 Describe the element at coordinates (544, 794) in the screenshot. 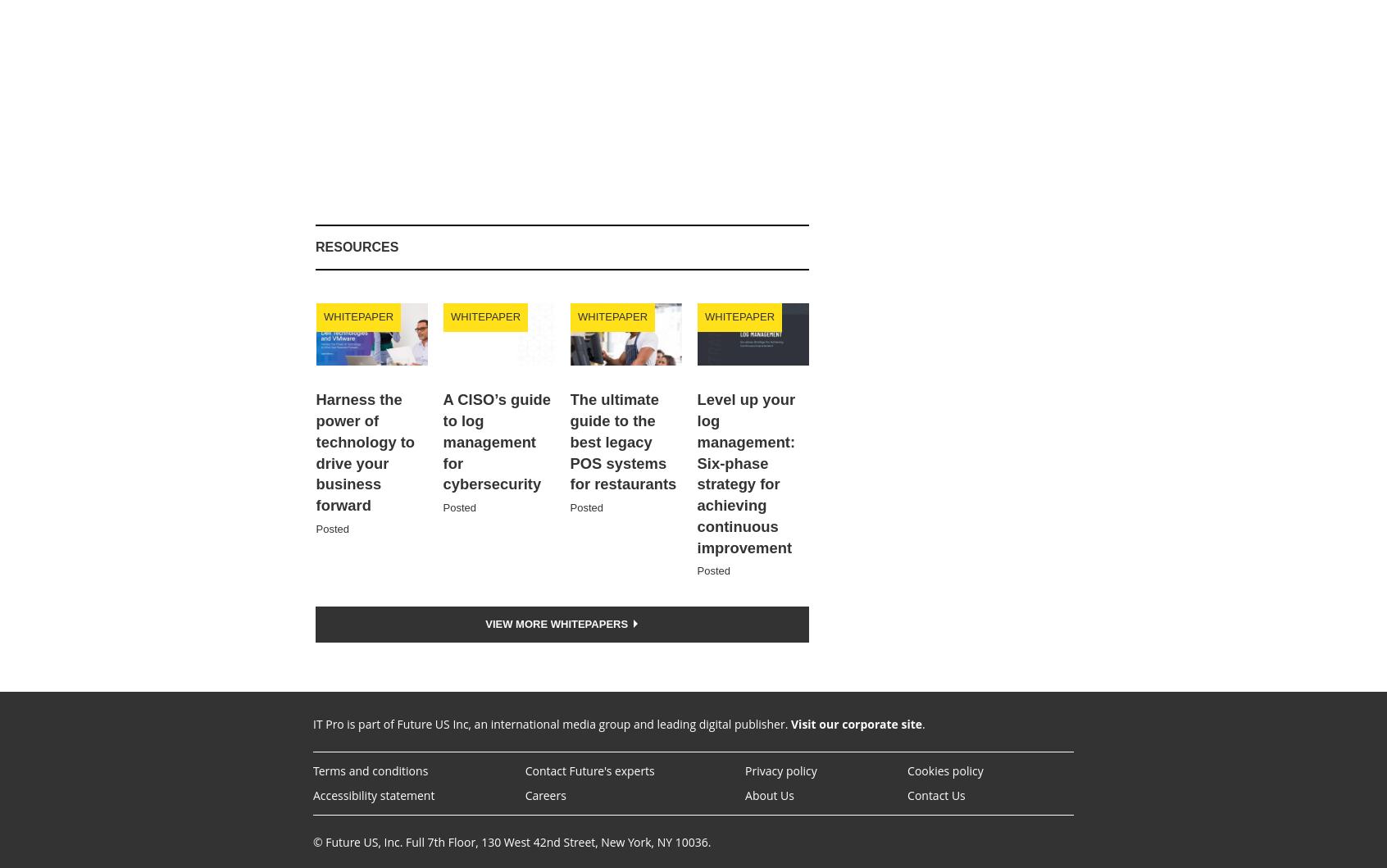

I see `'Careers'` at that location.